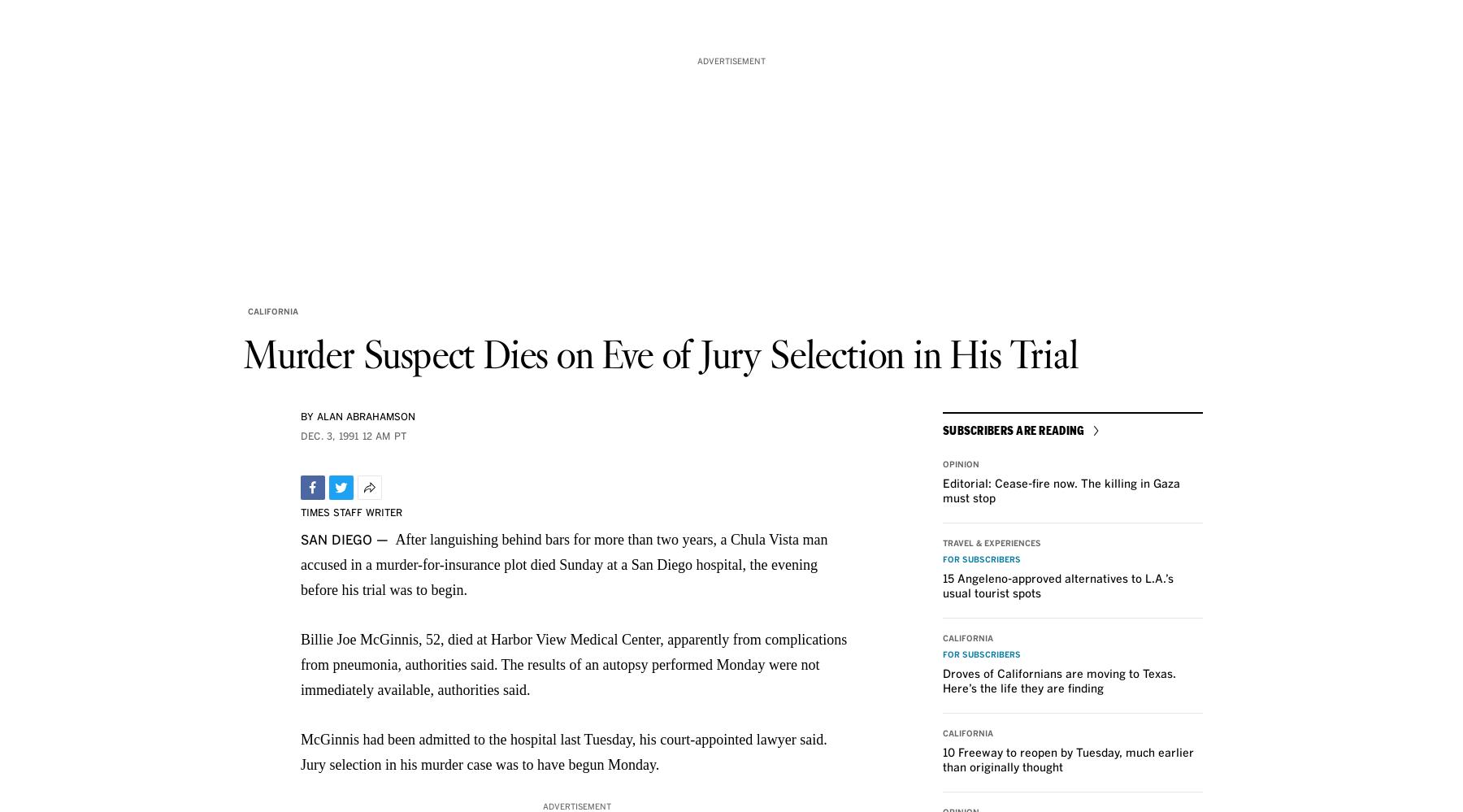 This screenshot has height=812, width=1463. Describe the element at coordinates (383, 436) in the screenshot. I see `'12 AM PT'` at that location.